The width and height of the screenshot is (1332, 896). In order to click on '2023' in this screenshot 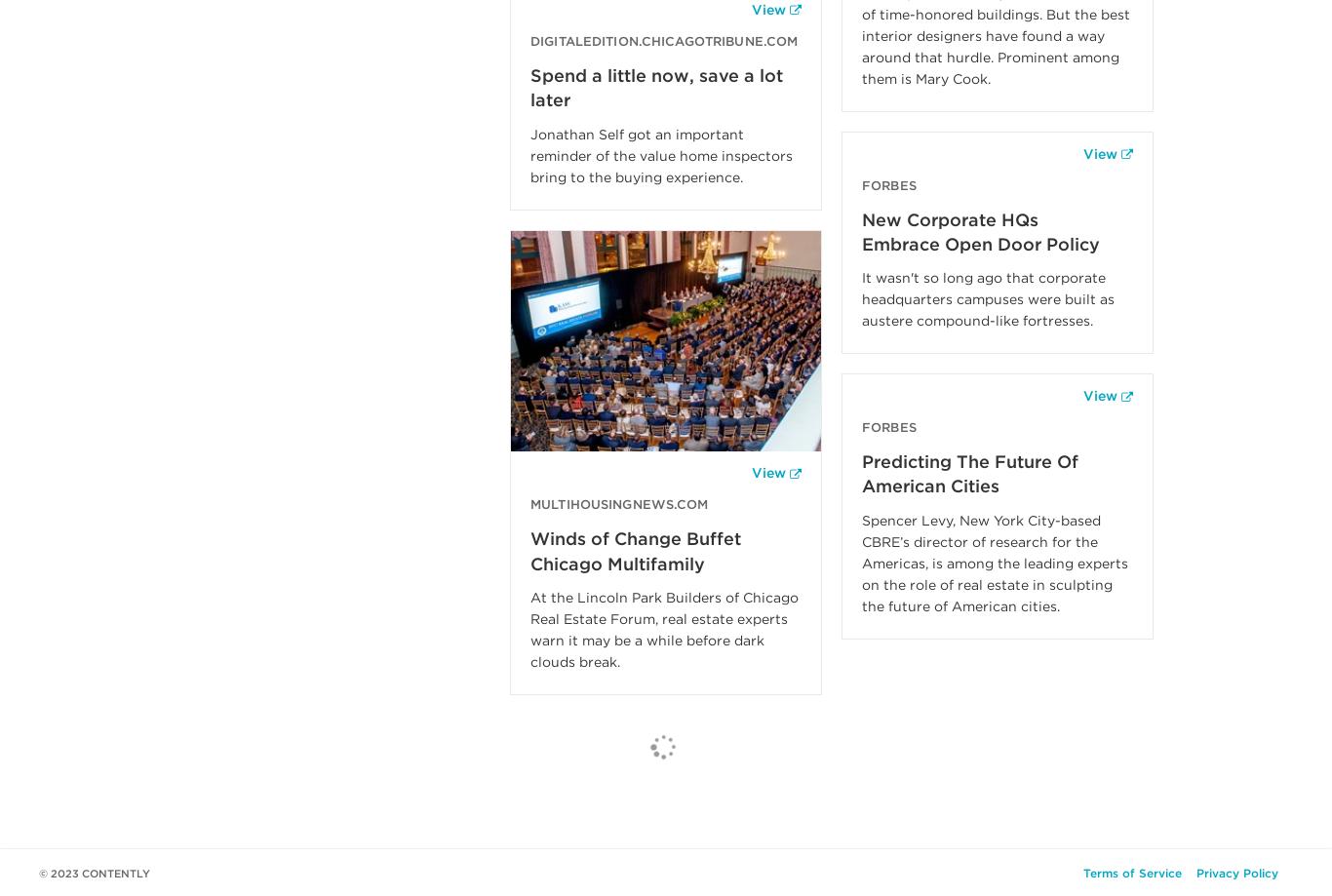, I will do `click(64, 872)`.